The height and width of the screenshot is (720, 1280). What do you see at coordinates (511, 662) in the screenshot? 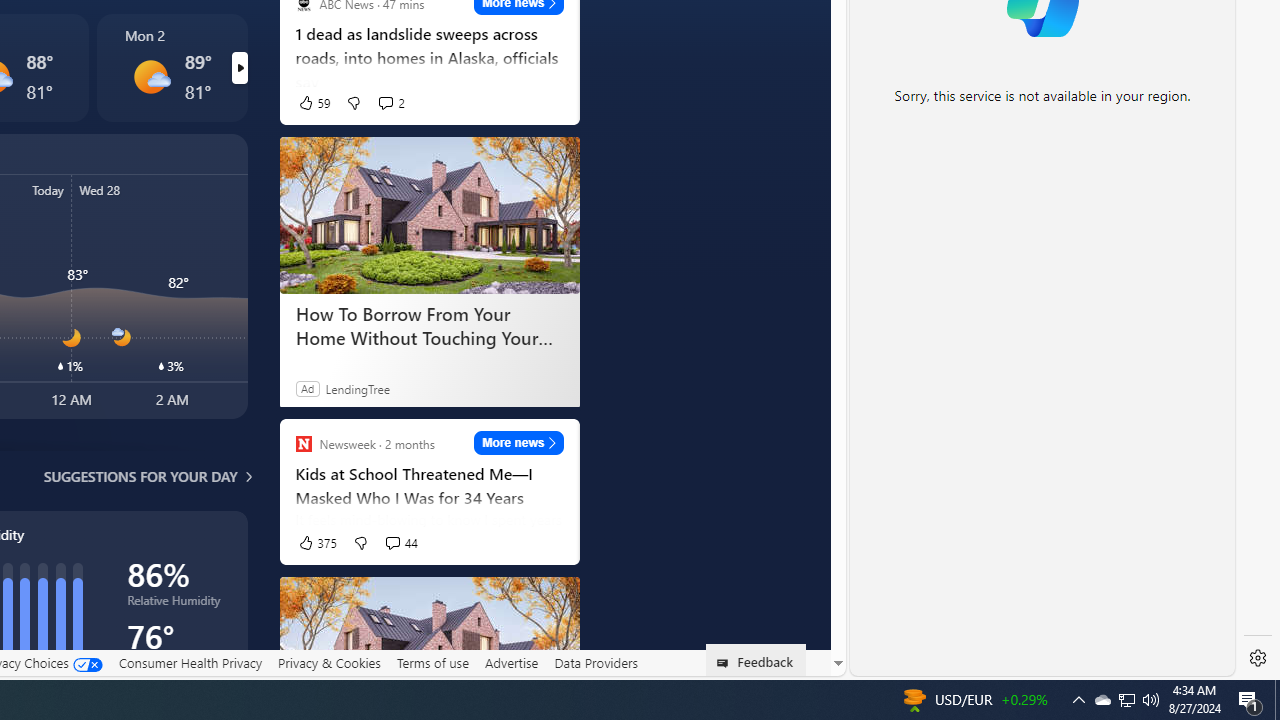
I see `'Advertise'` at bounding box center [511, 662].